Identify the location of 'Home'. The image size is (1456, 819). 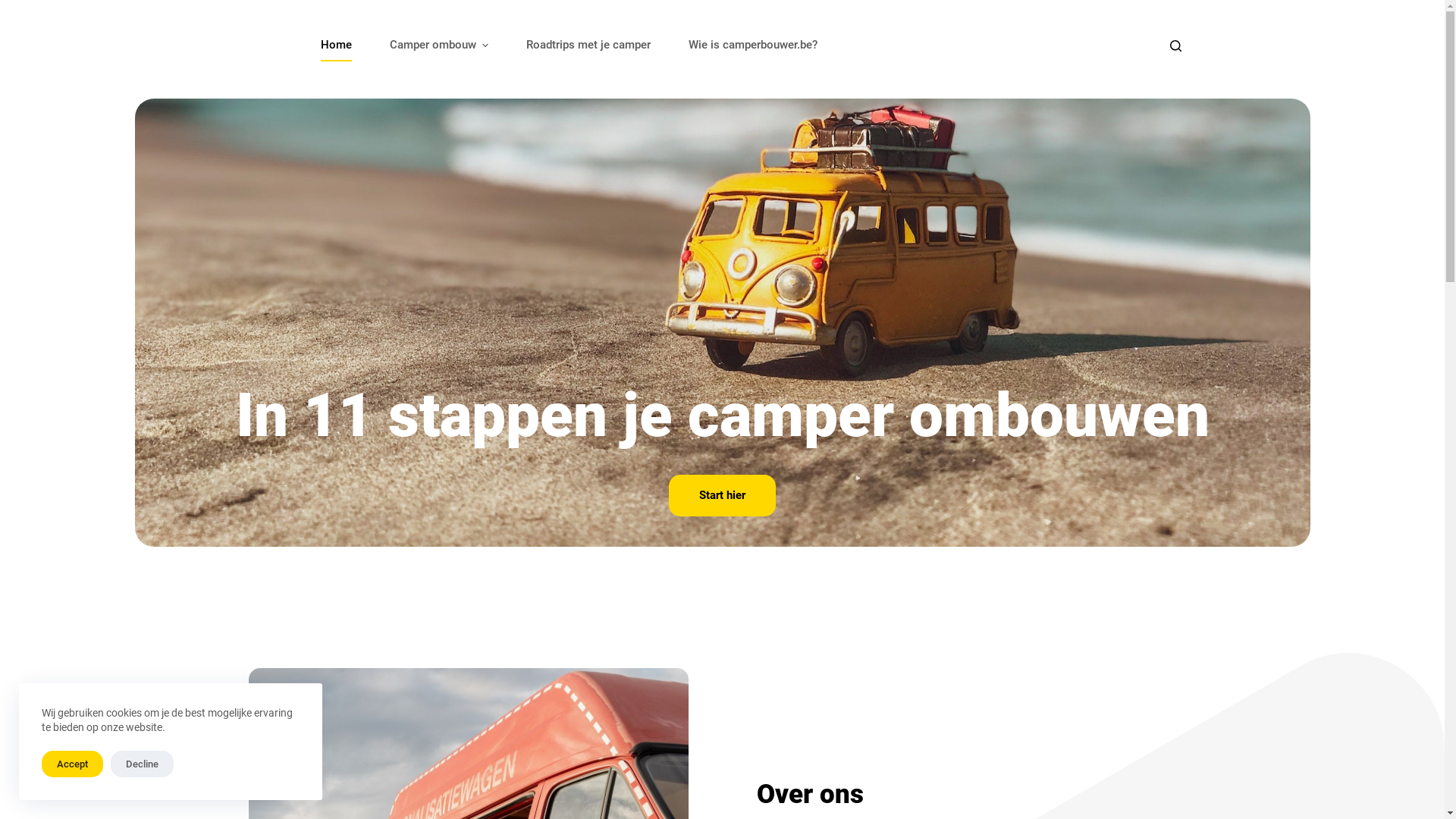
(335, 45).